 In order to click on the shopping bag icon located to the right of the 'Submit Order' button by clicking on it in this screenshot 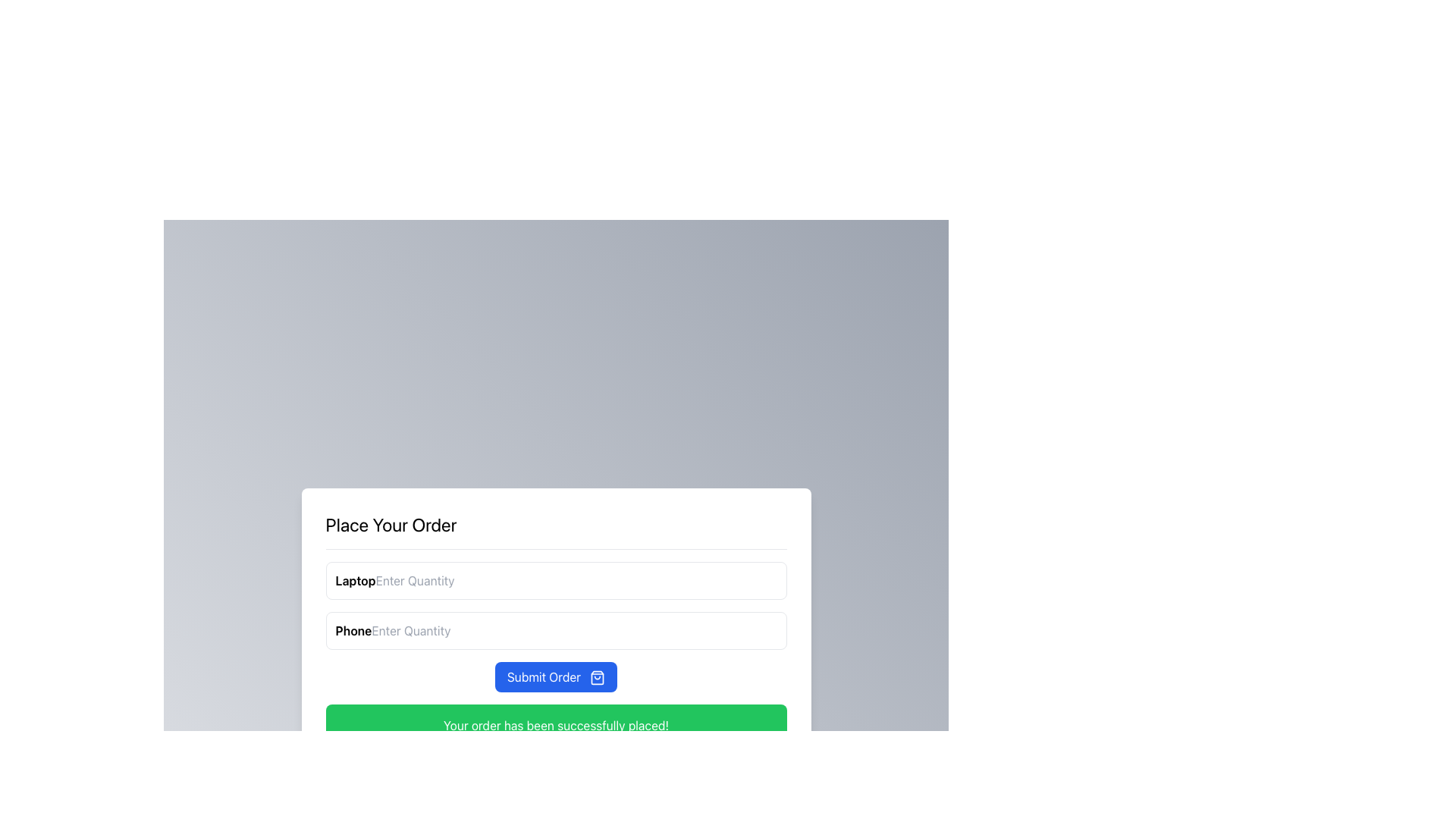, I will do `click(597, 677)`.